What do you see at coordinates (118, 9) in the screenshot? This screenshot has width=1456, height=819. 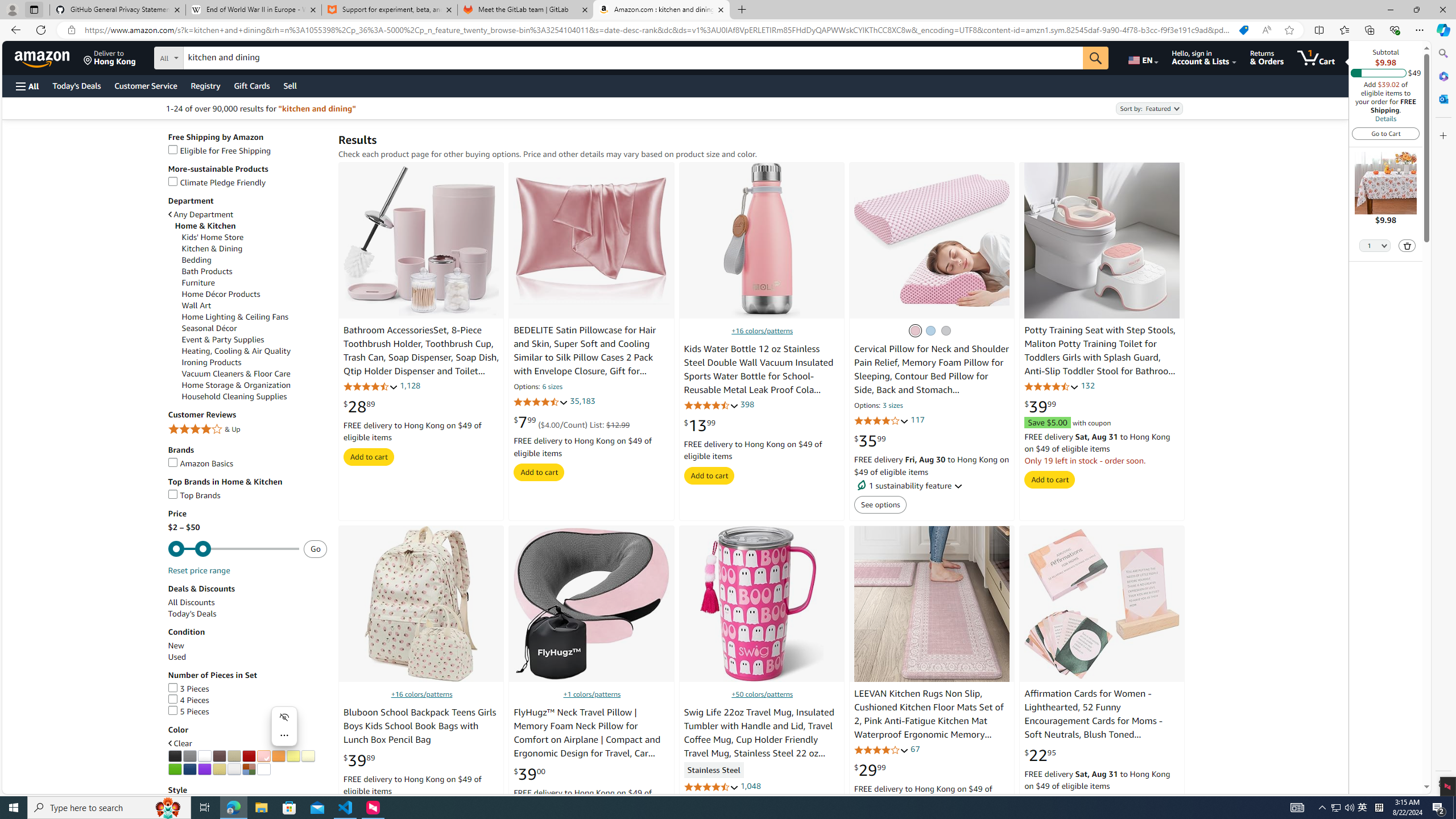 I see `'GitHub General Privacy Statement - GitHub Docs'` at bounding box center [118, 9].